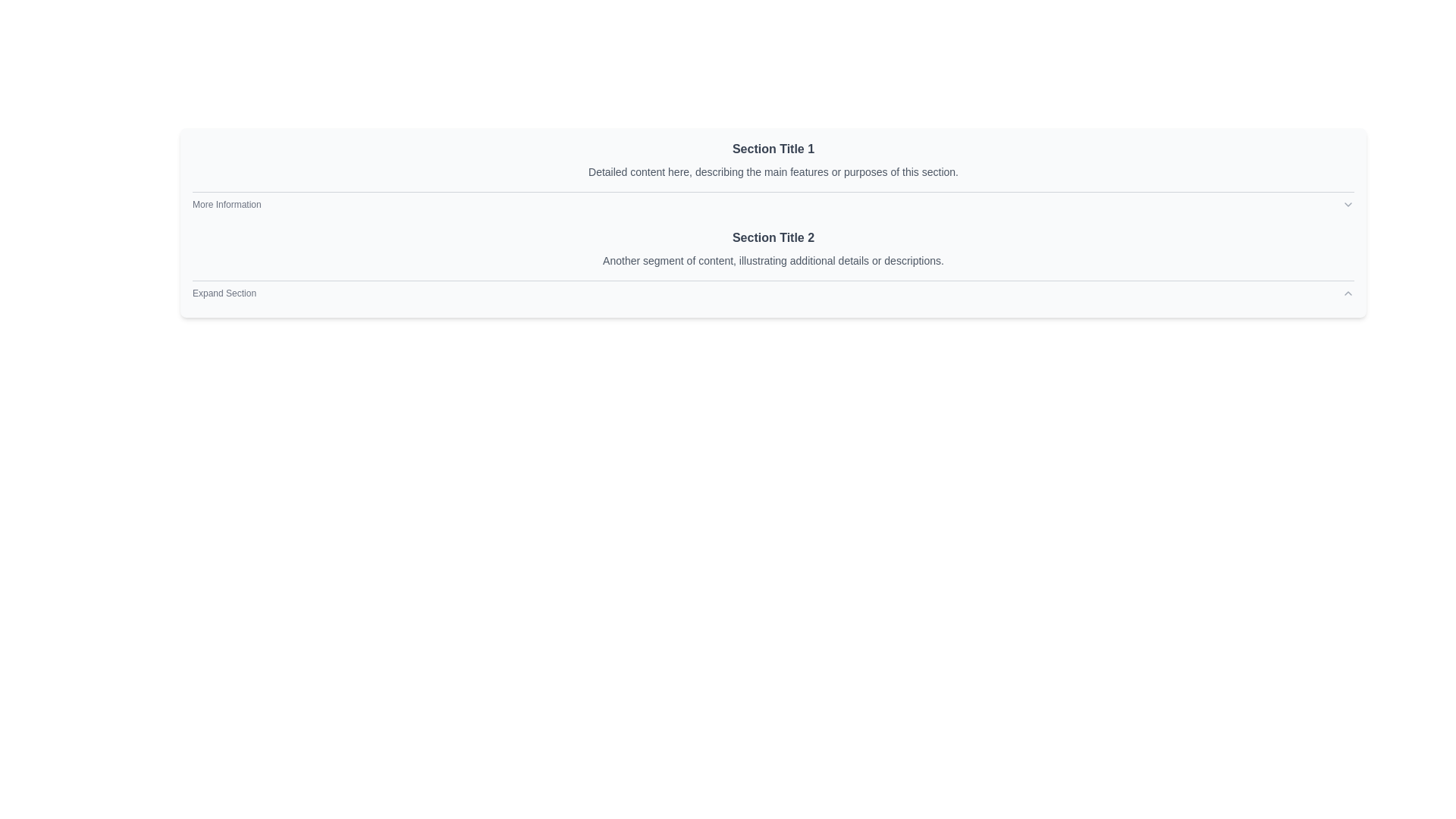  Describe the element at coordinates (224, 293) in the screenshot. I see `the Text Label located in the footer of 'Section Title 2', which indicates the function of the adjacent chevron icon for expanding or collapsing the section` at that location.